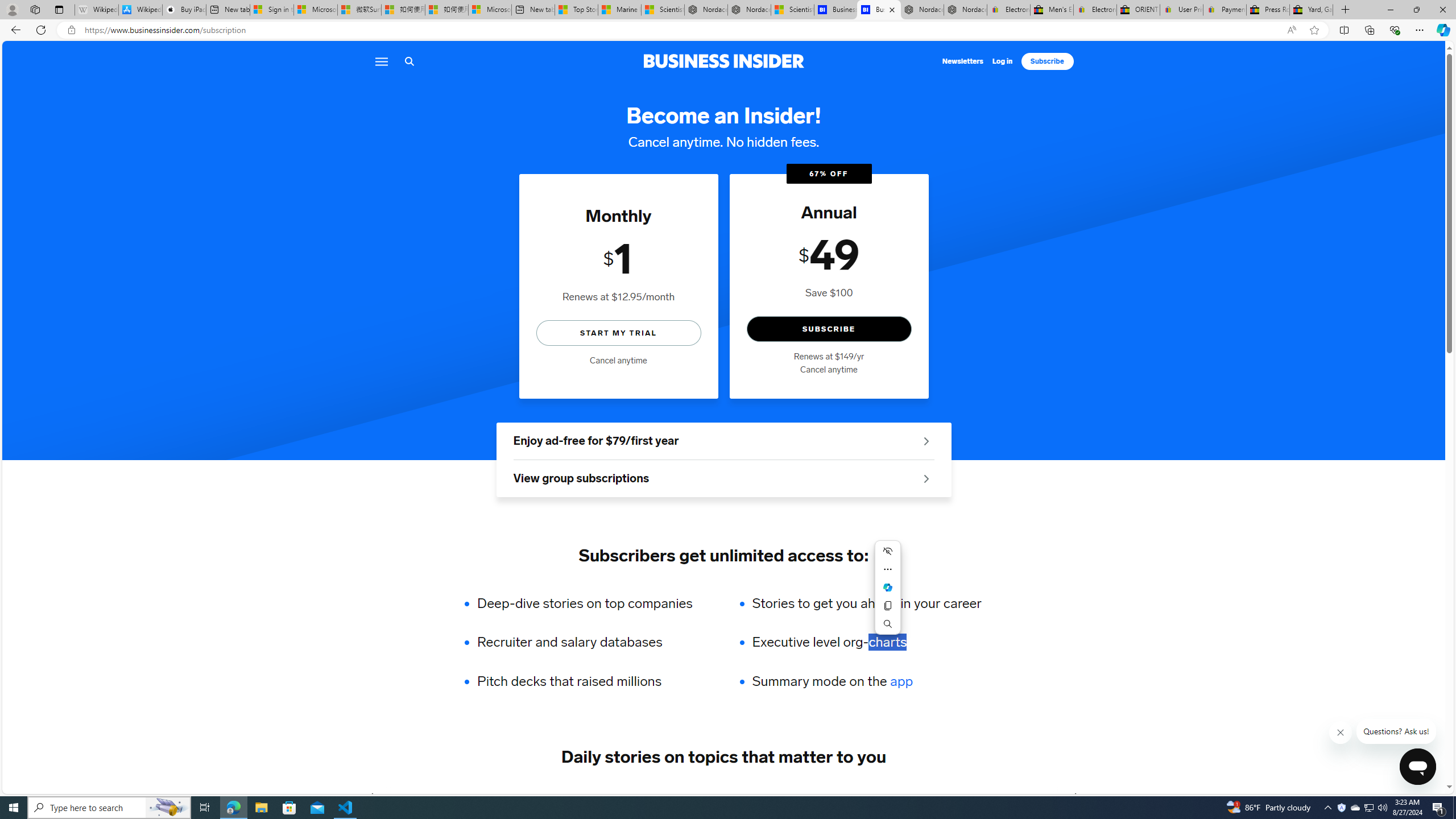 Image resolution: width=1456 pixels, height=819 pixels. Describe the element at coordinates (619, 9) in the screenshot. I see `'Marine life - MSN'` at that location.